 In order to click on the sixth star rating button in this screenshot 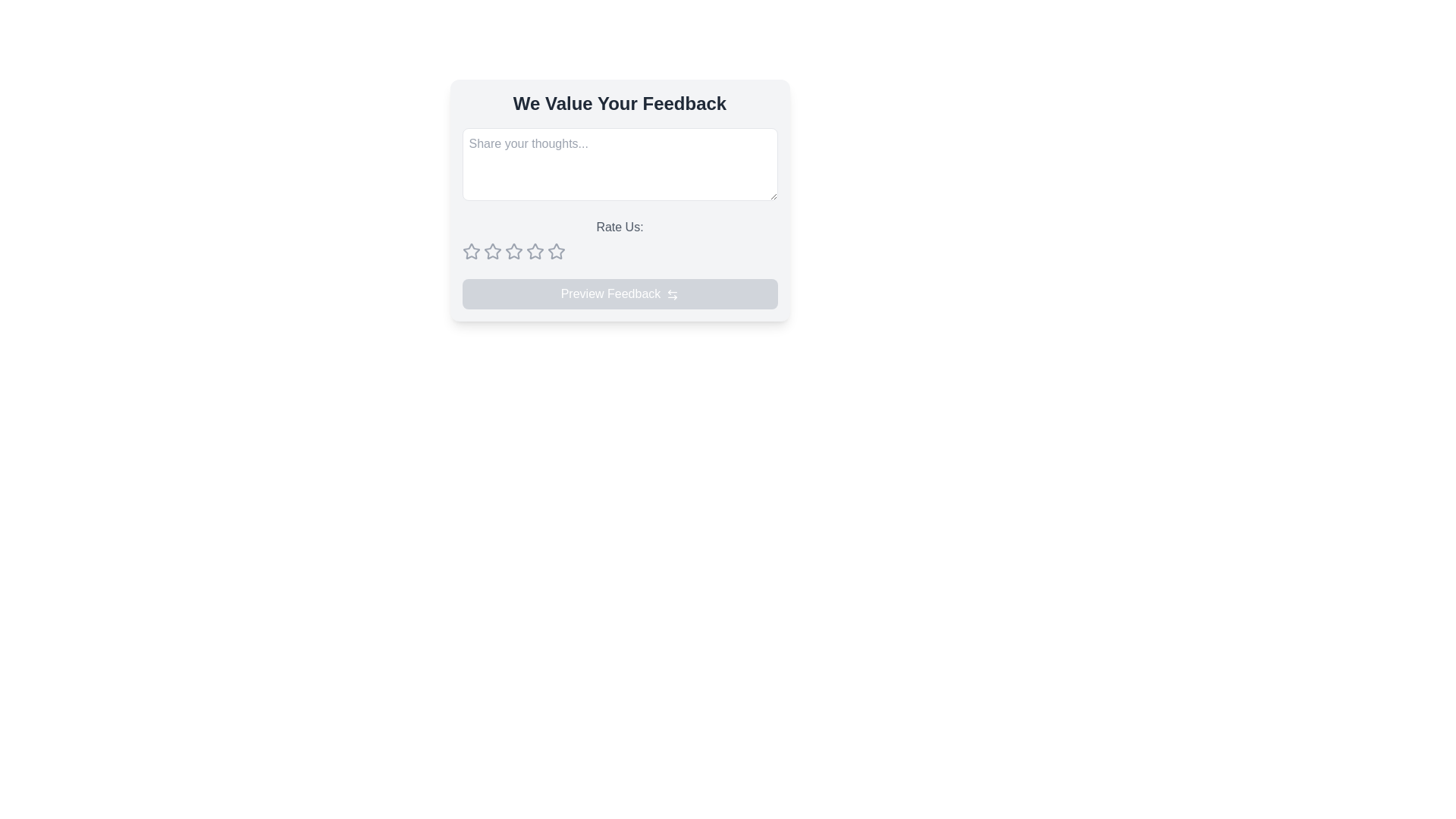, I will do `click(535, 250)`.